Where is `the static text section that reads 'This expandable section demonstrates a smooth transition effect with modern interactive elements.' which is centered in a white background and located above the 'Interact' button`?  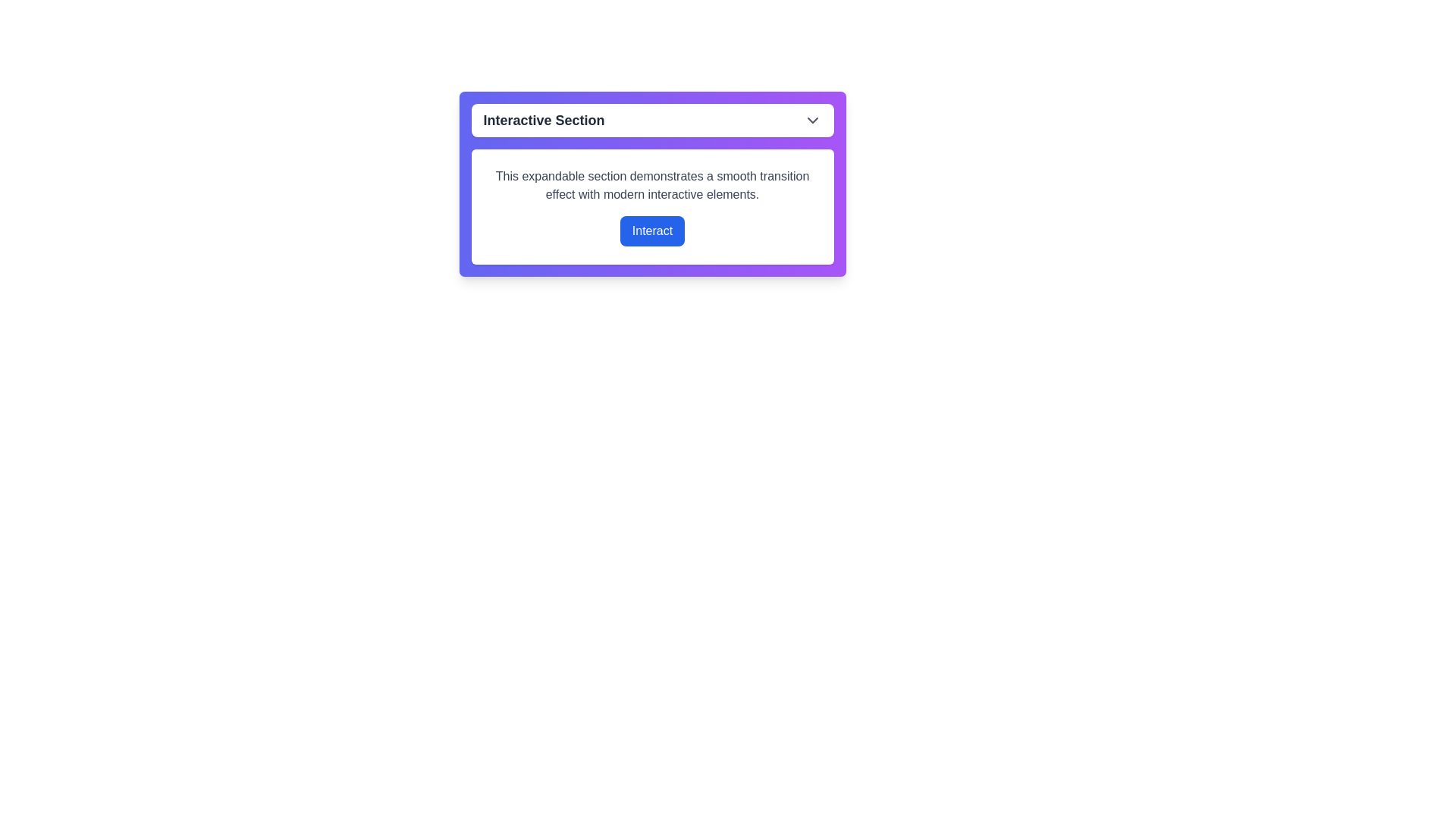
the static text section that reads 'This expandable section demonstrates a smooth transition effect with modern interactive elements.' which is centered in a white background and located above the 'Interact' button is located at coordinates (652, 185).